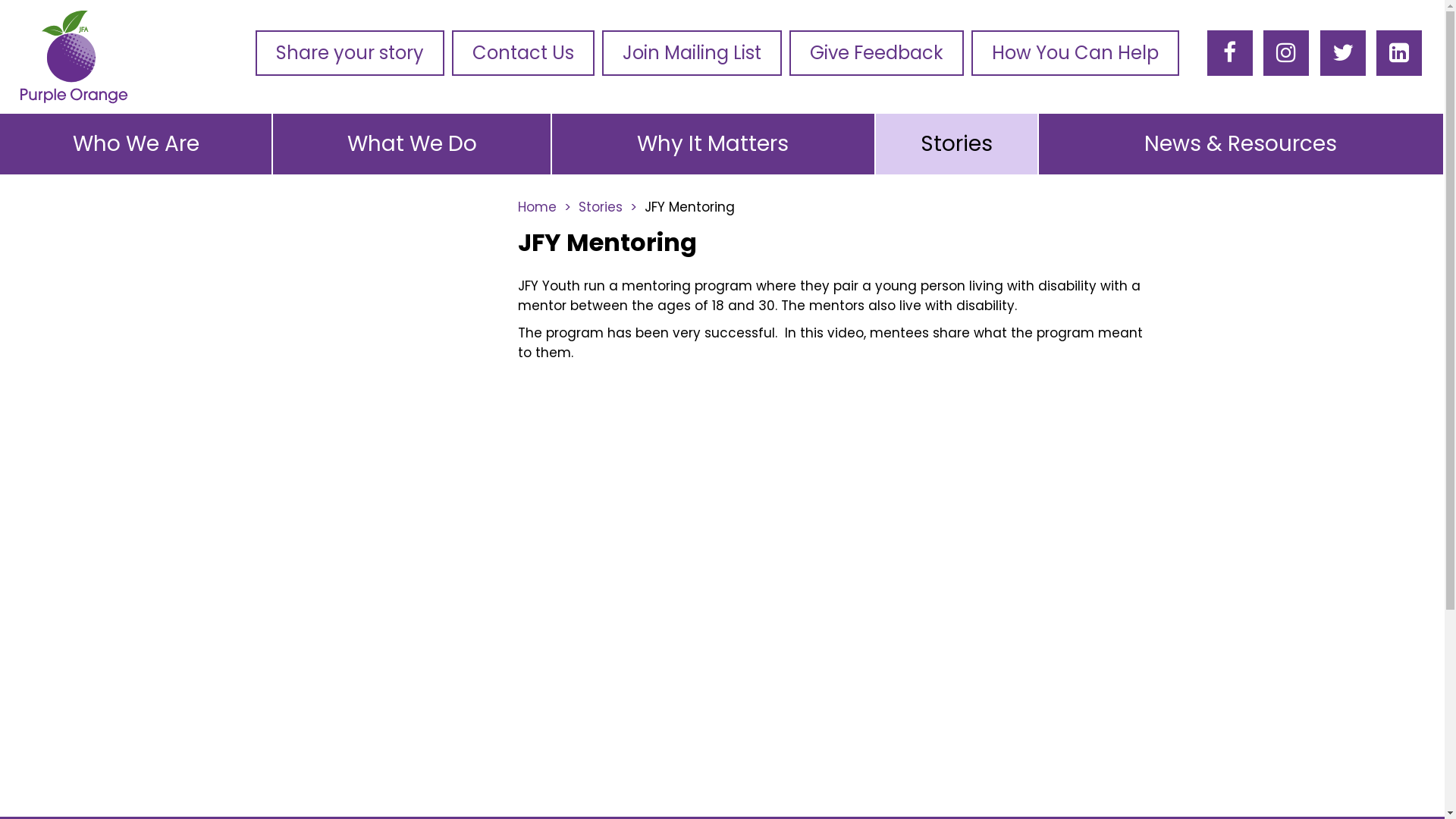 This screenshot has height=819, width=1456. What do you see at coordinates (1229, 52) in the screenshot?
I see `'Facebook'` at bounding box center [1229, 52].